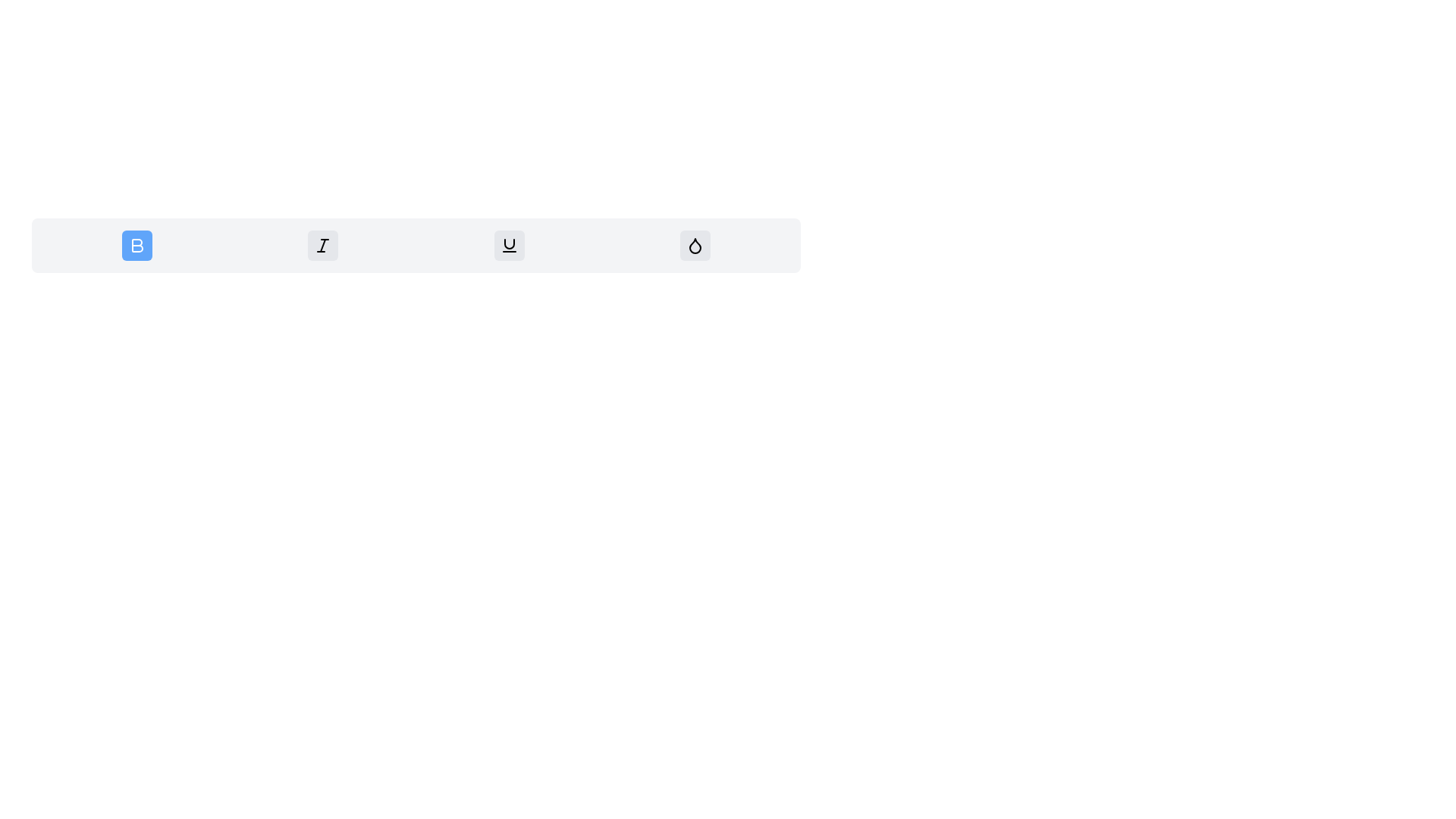  What do you see at coordinates (509, 243) in the screenshot?
I see `the underline icon within the third button from the left in a row of four buttons` at bounding box center [509, 243].